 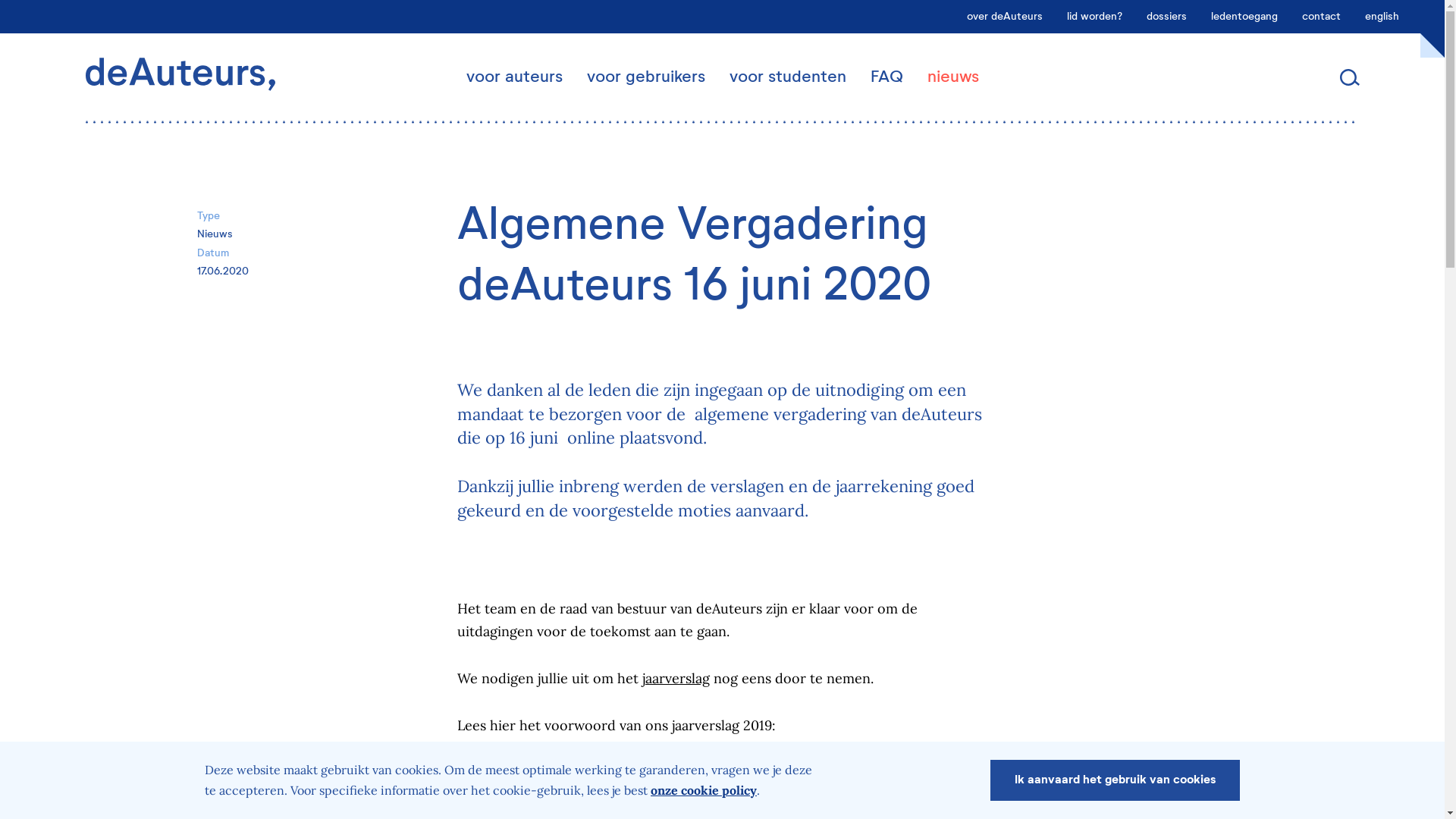 I want to click on 'dossiers', so click(x=1166, y=17).